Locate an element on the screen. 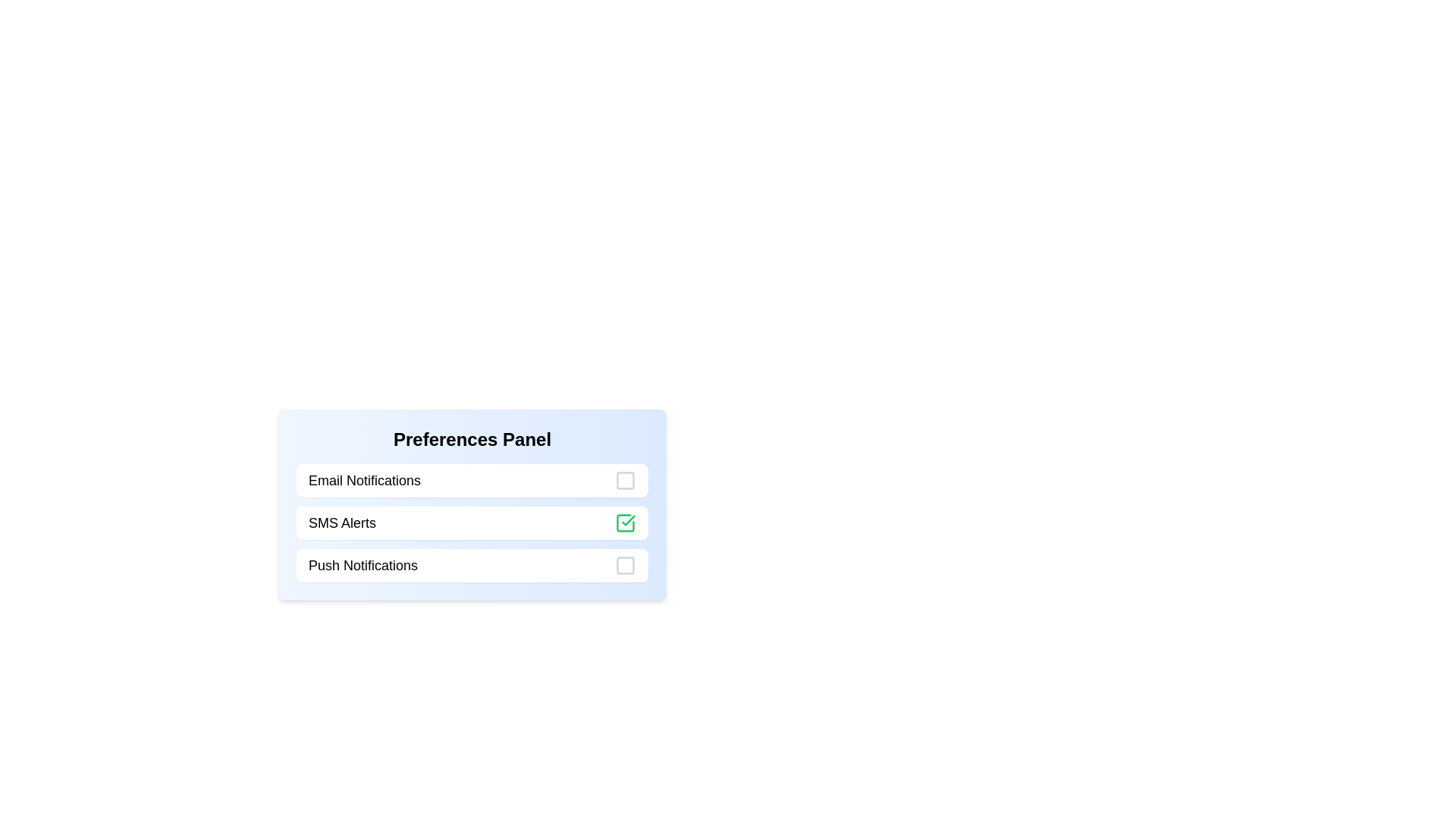 This screenshot has width=1456, height=819. the interactive checkbox icon located in the top-right corner of the 'Email Notifications' row within the 'Preferences Panel' is located at coordinates (626, 480).